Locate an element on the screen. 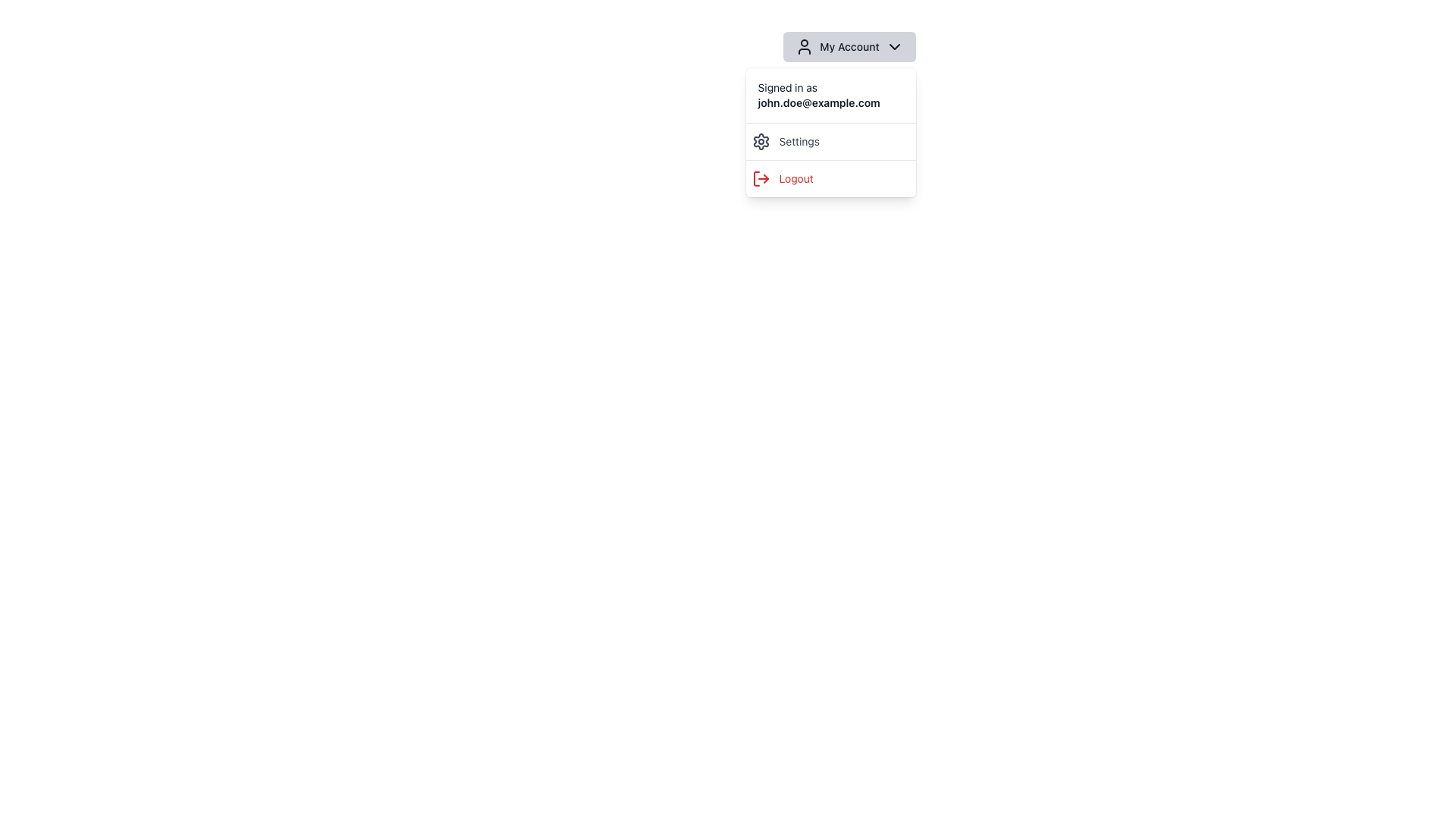 This screenshot has width=1456, height=819. the dropdown trigger button located at the top-right section of the interface is located at coordinates (849, 45).